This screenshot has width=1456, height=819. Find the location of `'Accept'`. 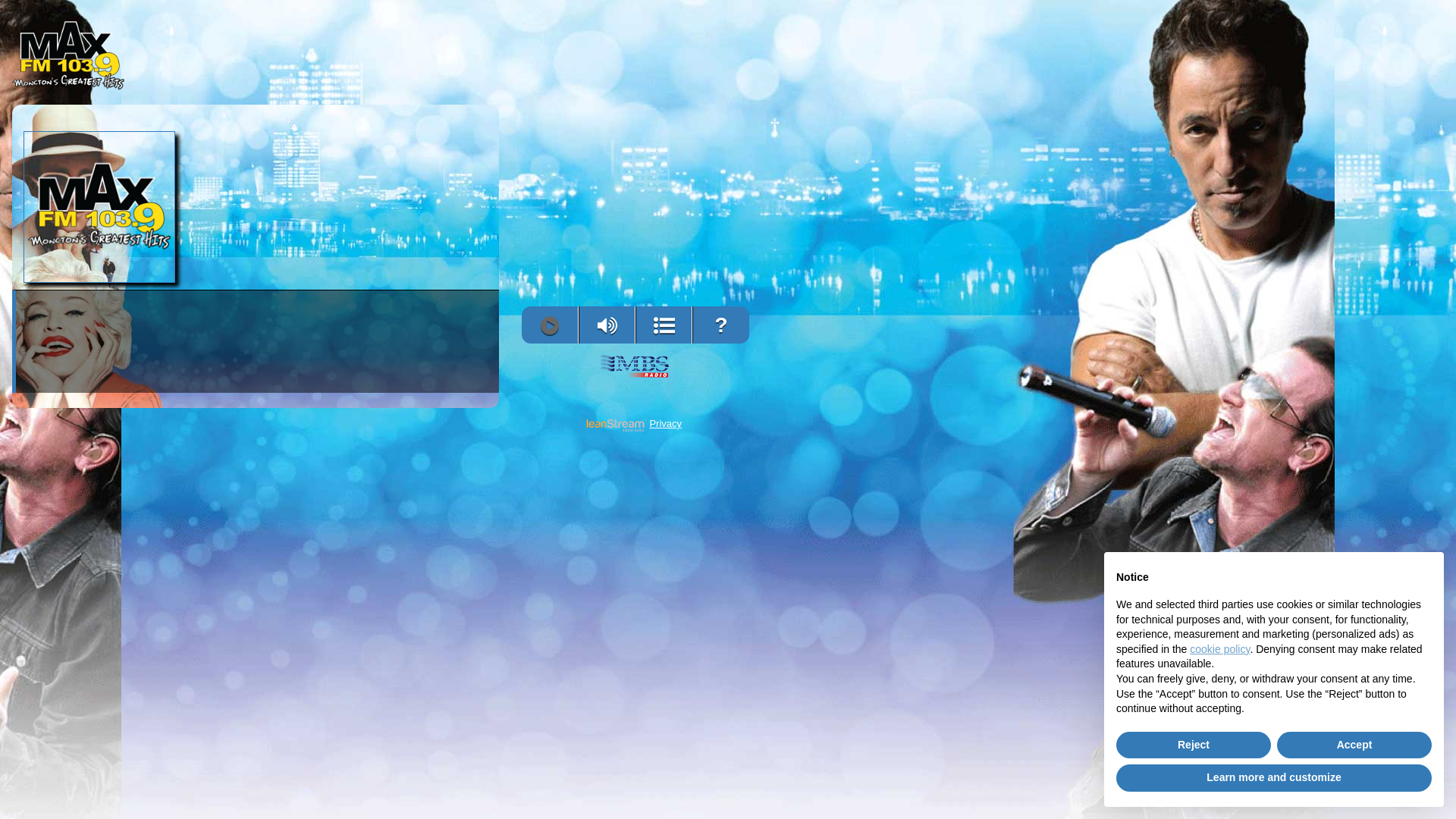

'Accept' is located at coordinates (1354, 745).